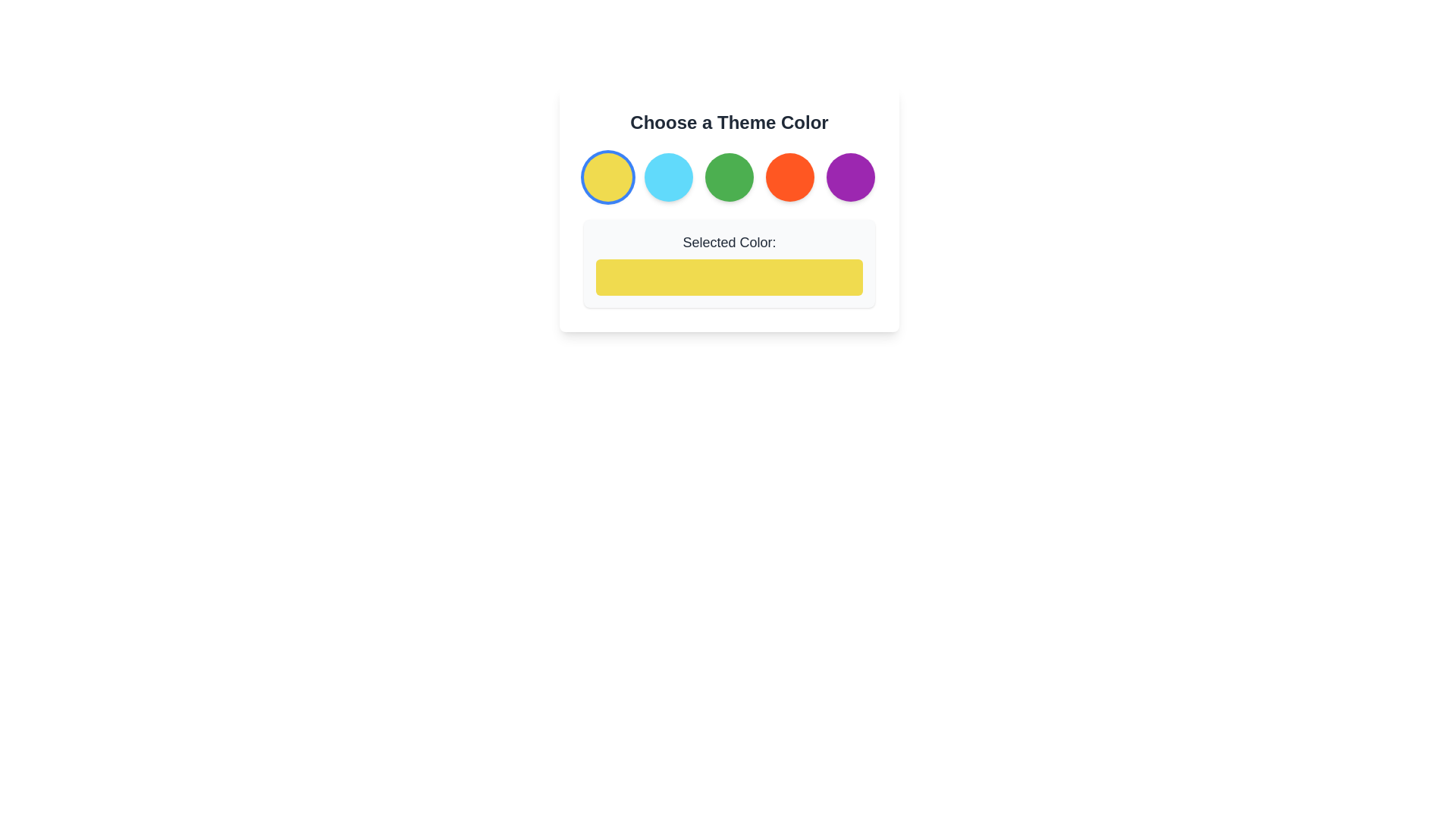  What do you see at coordinates (668, 177) in the screenshot?
I see `the second rounded button with a light blue background` at bounding box center [668, 177].